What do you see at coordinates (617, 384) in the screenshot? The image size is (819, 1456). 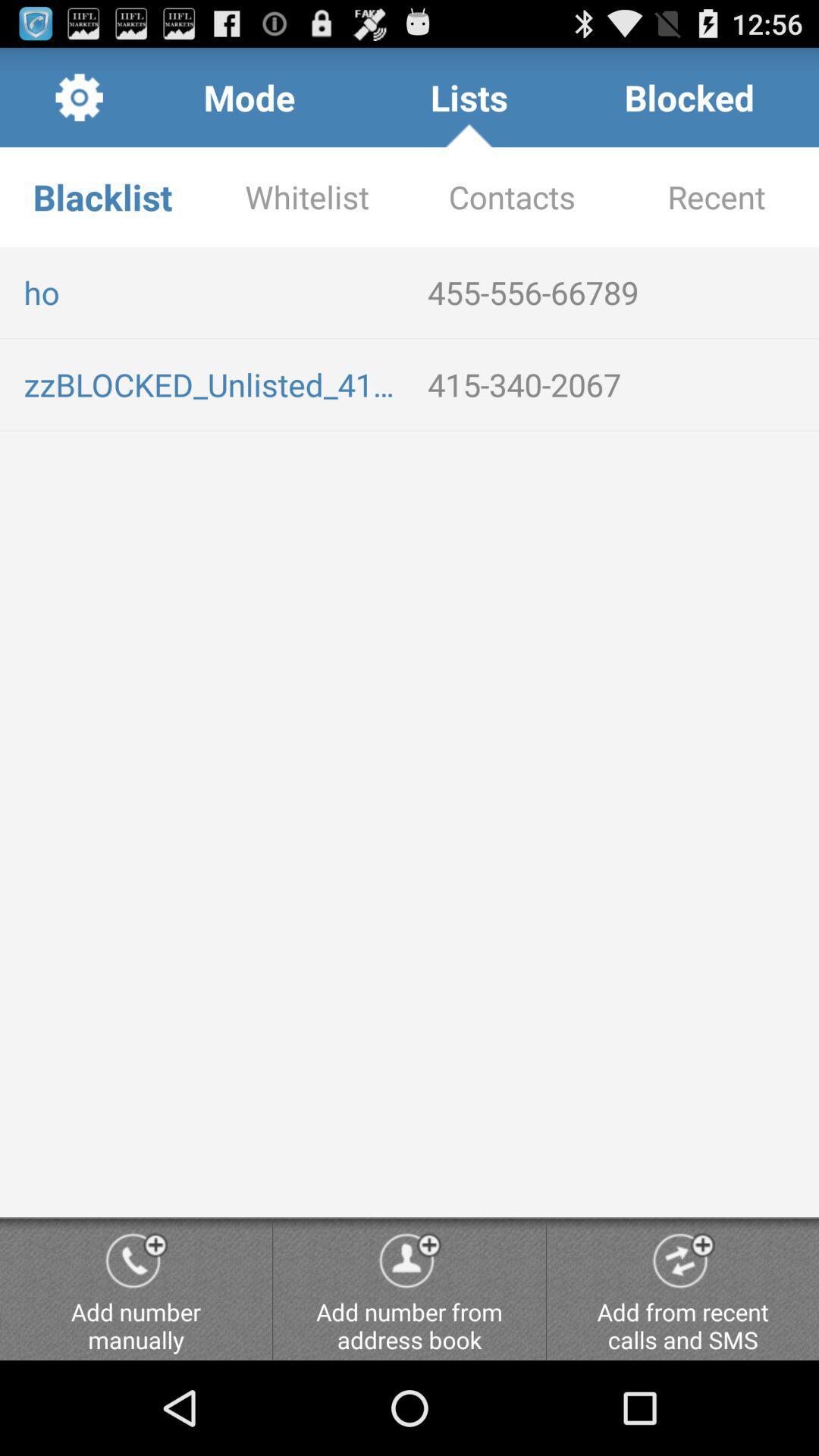 I see `the item next to zzblocked_unlisted_4153402067` at bounding box center [617, 384].